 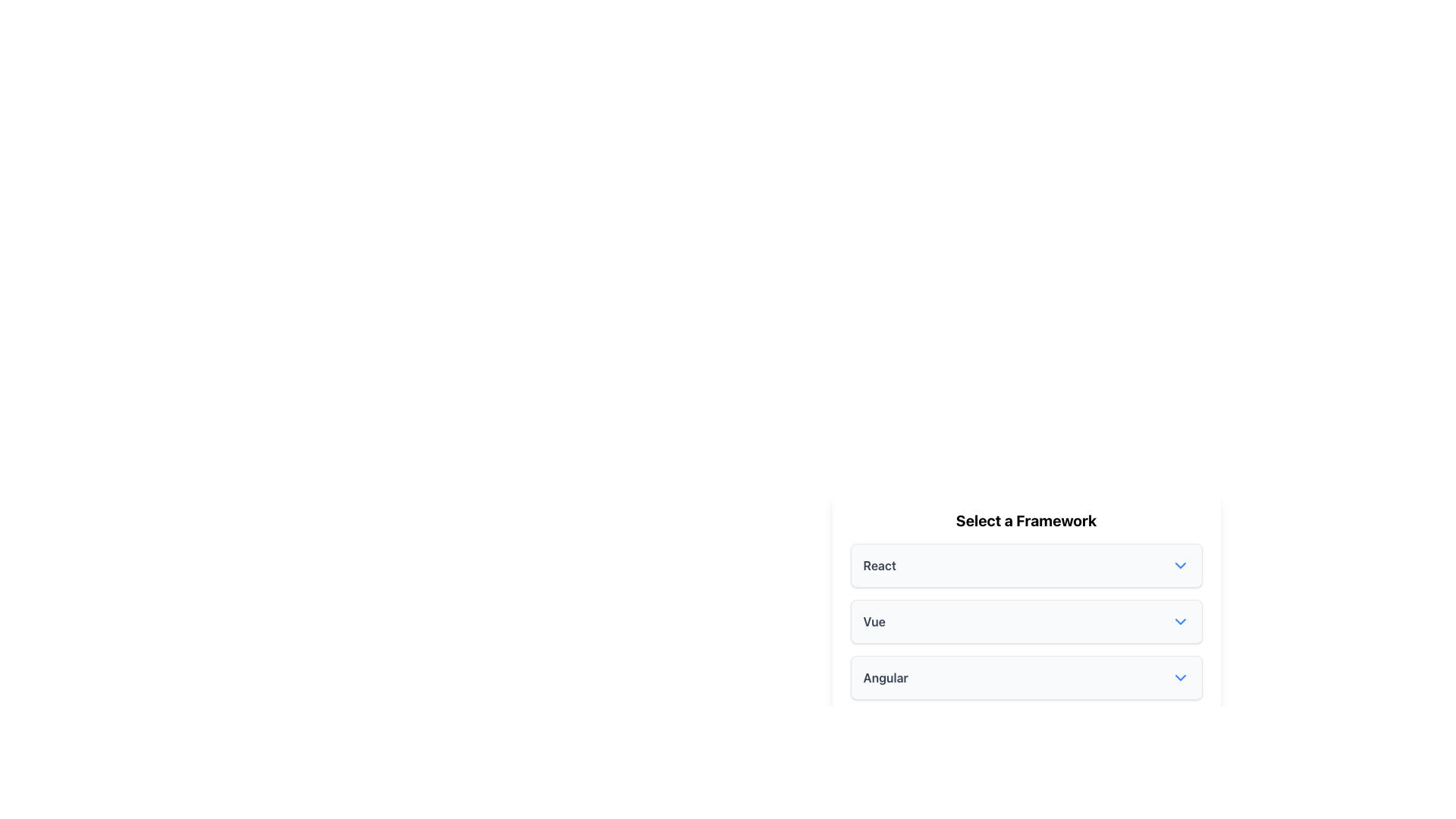 What do you see at coordinates (874, 622) in the screenshot?
I see `the text label displaying 'Vue' in the framework selection menu, which is the second element in the vertical list between 'React' and 'Angular'` at bounding box center [874, 622].